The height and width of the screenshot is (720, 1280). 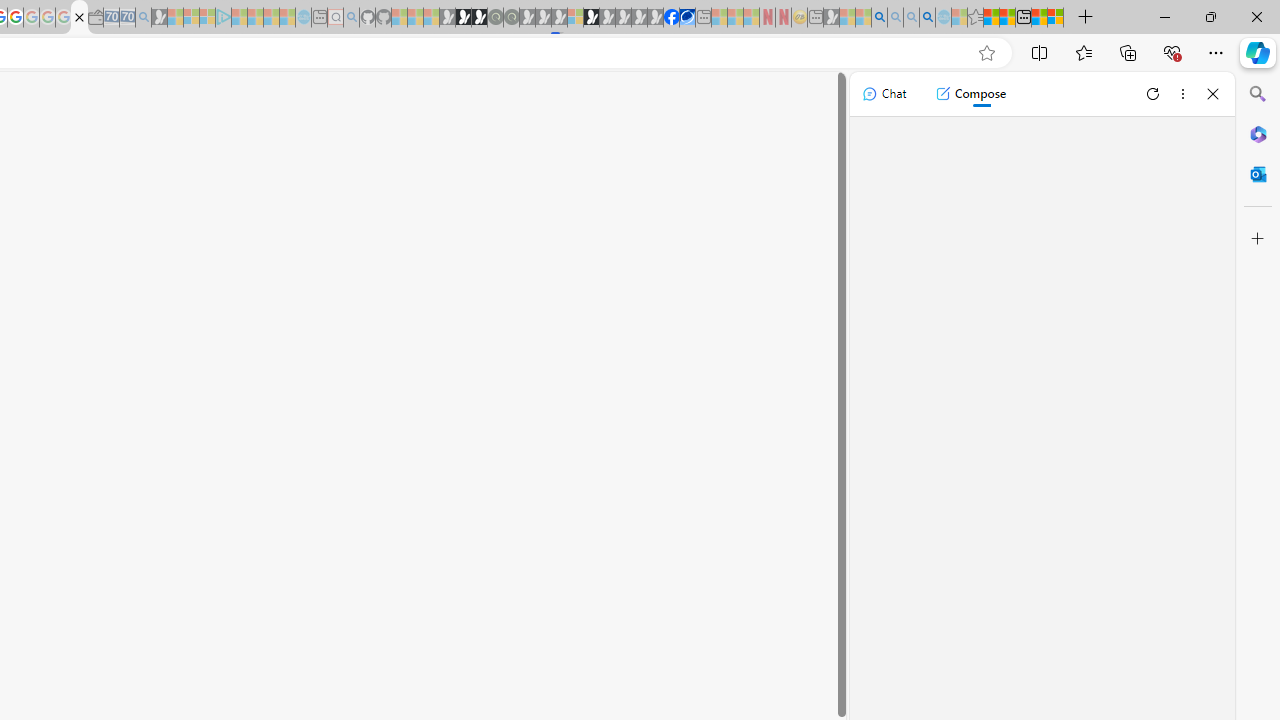 I want to click on 'Microsoft Start Gaming - Sleeping', so click(x=160, y=17).